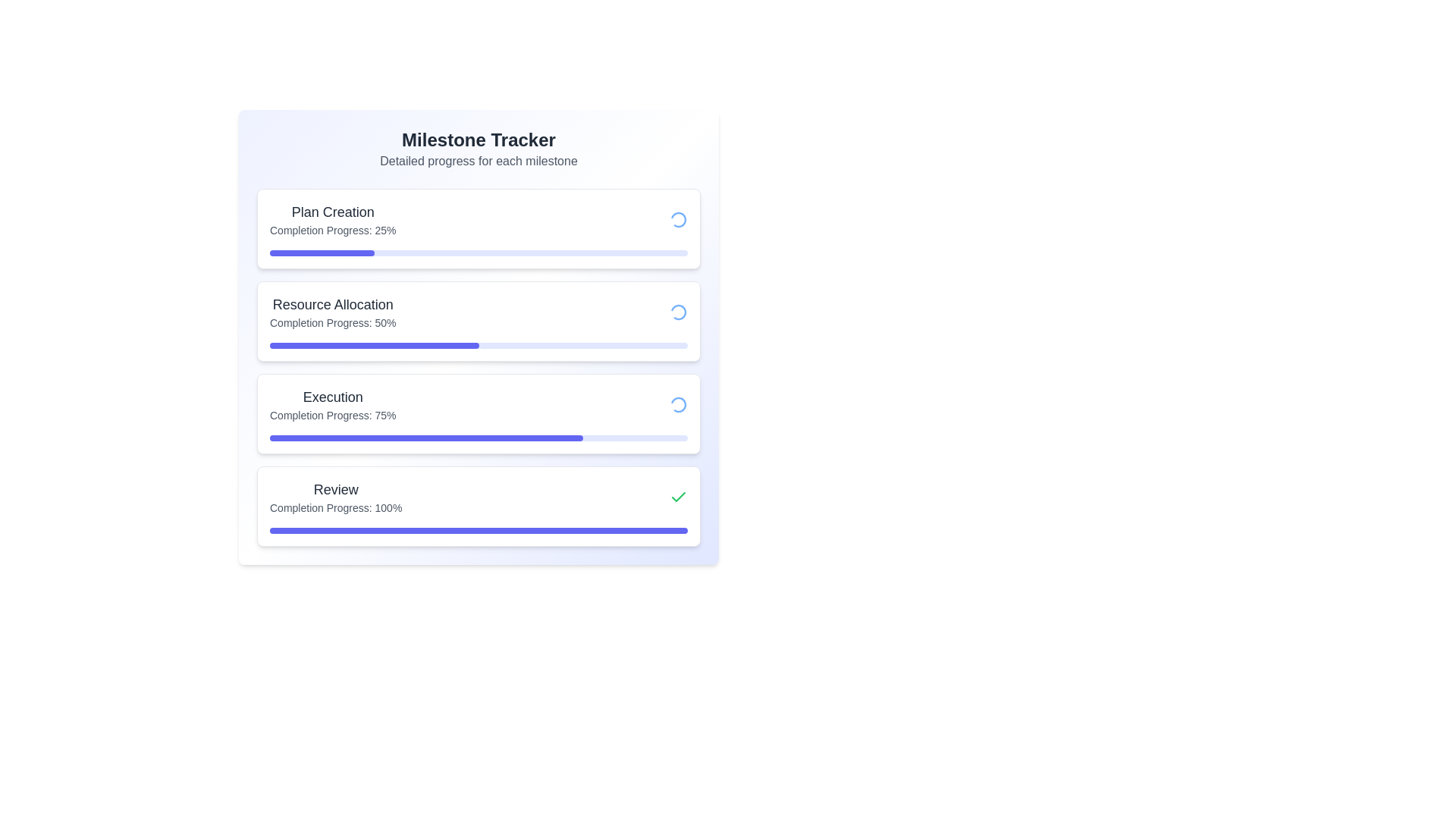  Describe the element at coordinates (478, 438) in the screenshot. I see `the third progress bar from the top in the vertical list, located inside the card titled 'Execution'` at that location.